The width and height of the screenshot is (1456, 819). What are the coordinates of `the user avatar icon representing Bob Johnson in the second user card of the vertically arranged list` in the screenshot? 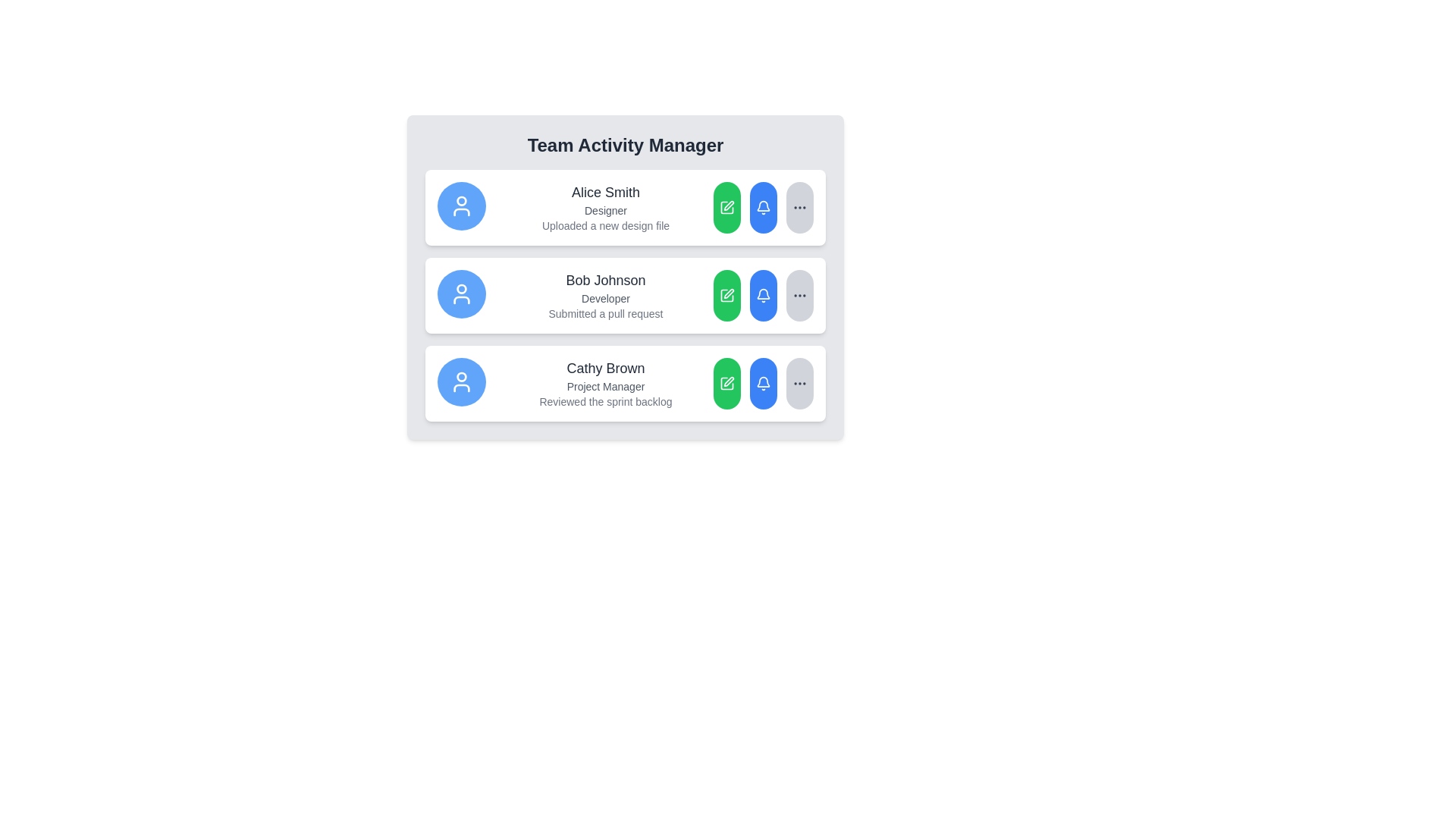 It's located at (461, 294).